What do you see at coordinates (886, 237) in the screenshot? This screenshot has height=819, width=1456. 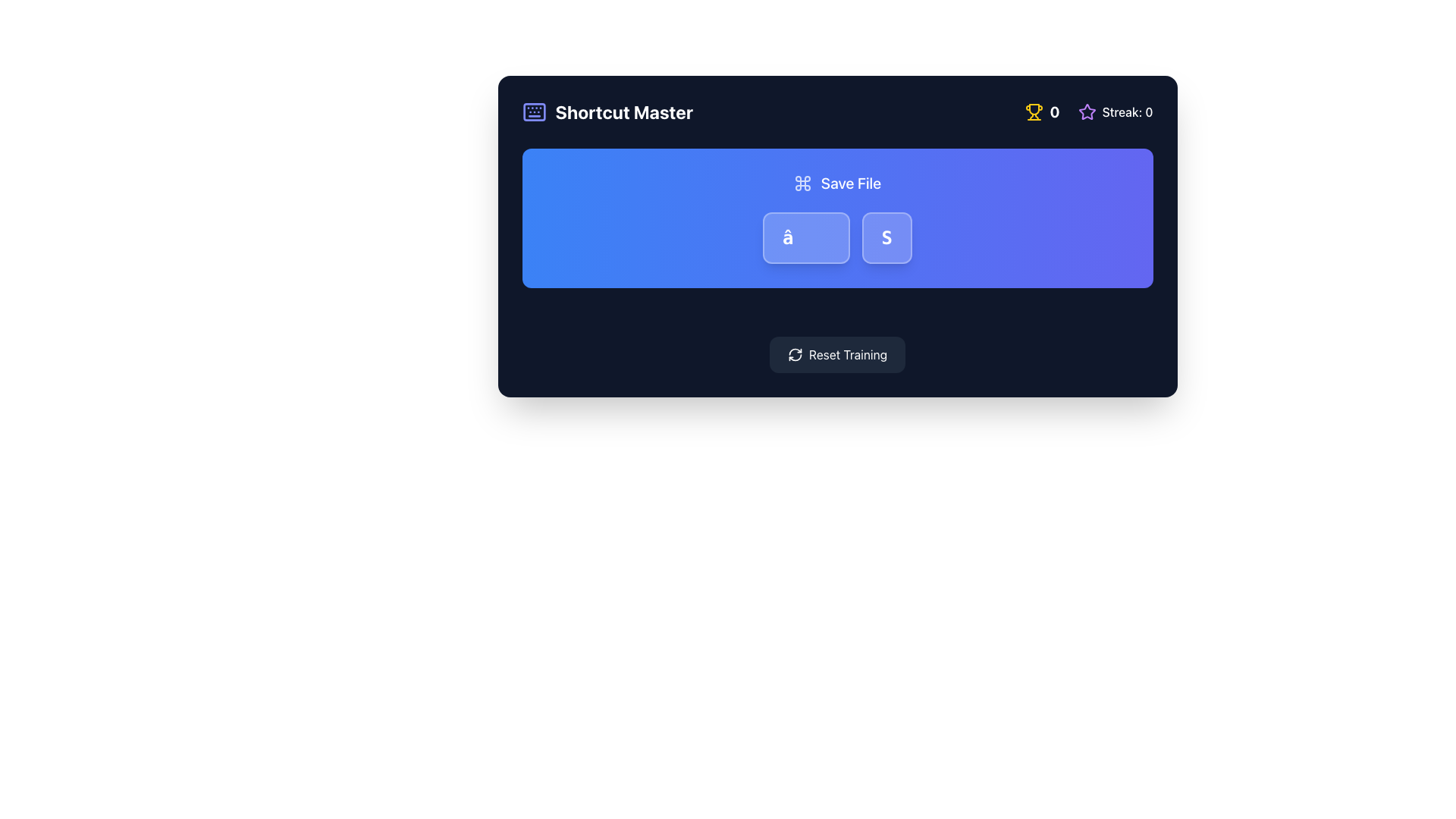 I see `the square button with rounded corners that has the letter 'S' in bold sans-serif font, located in the blue rectangular area labeled 'Save File'` at bounding box center [886, 237].